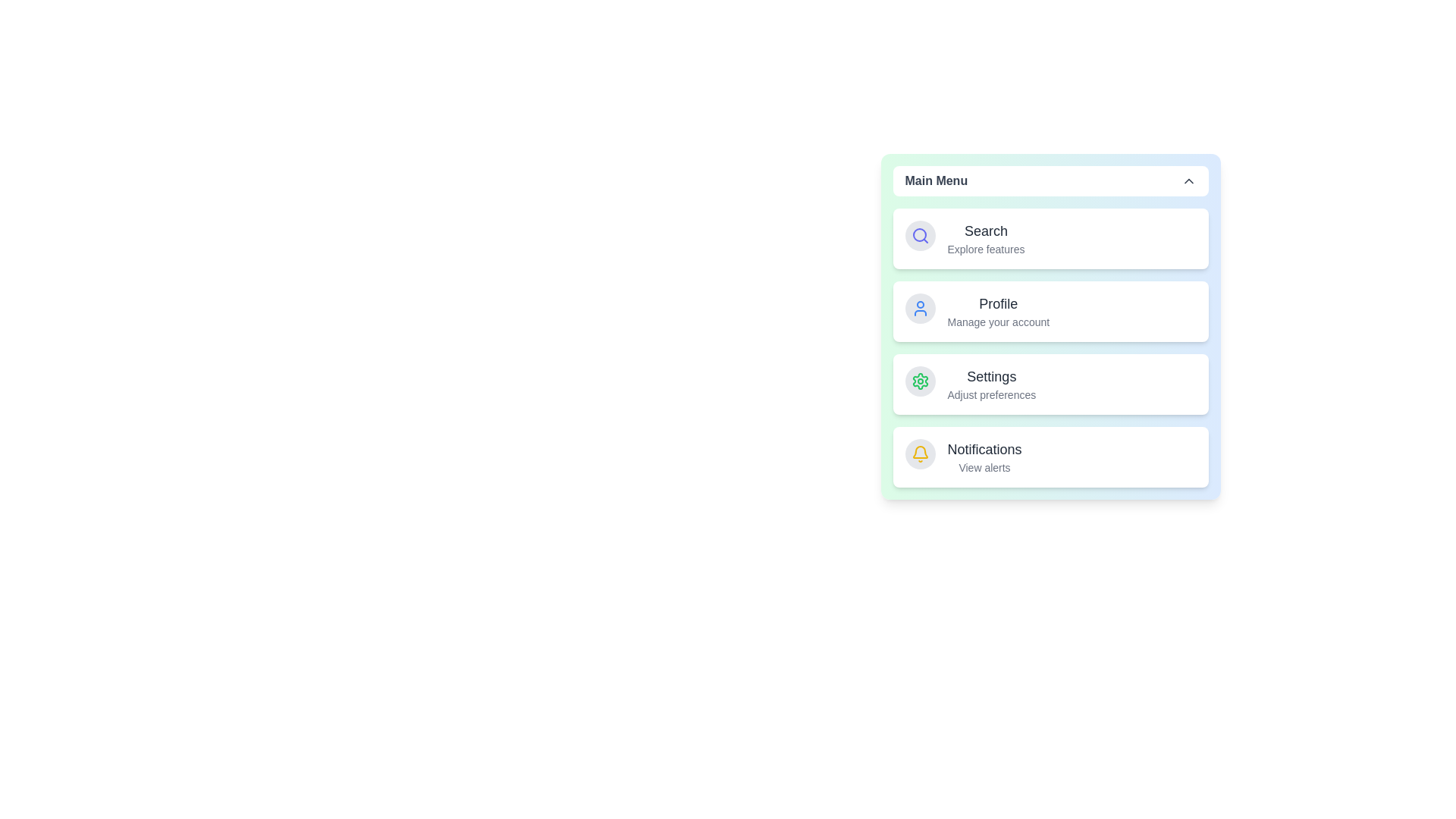  I want to click on the menu item corresponding to Search, so click(1050, 239).